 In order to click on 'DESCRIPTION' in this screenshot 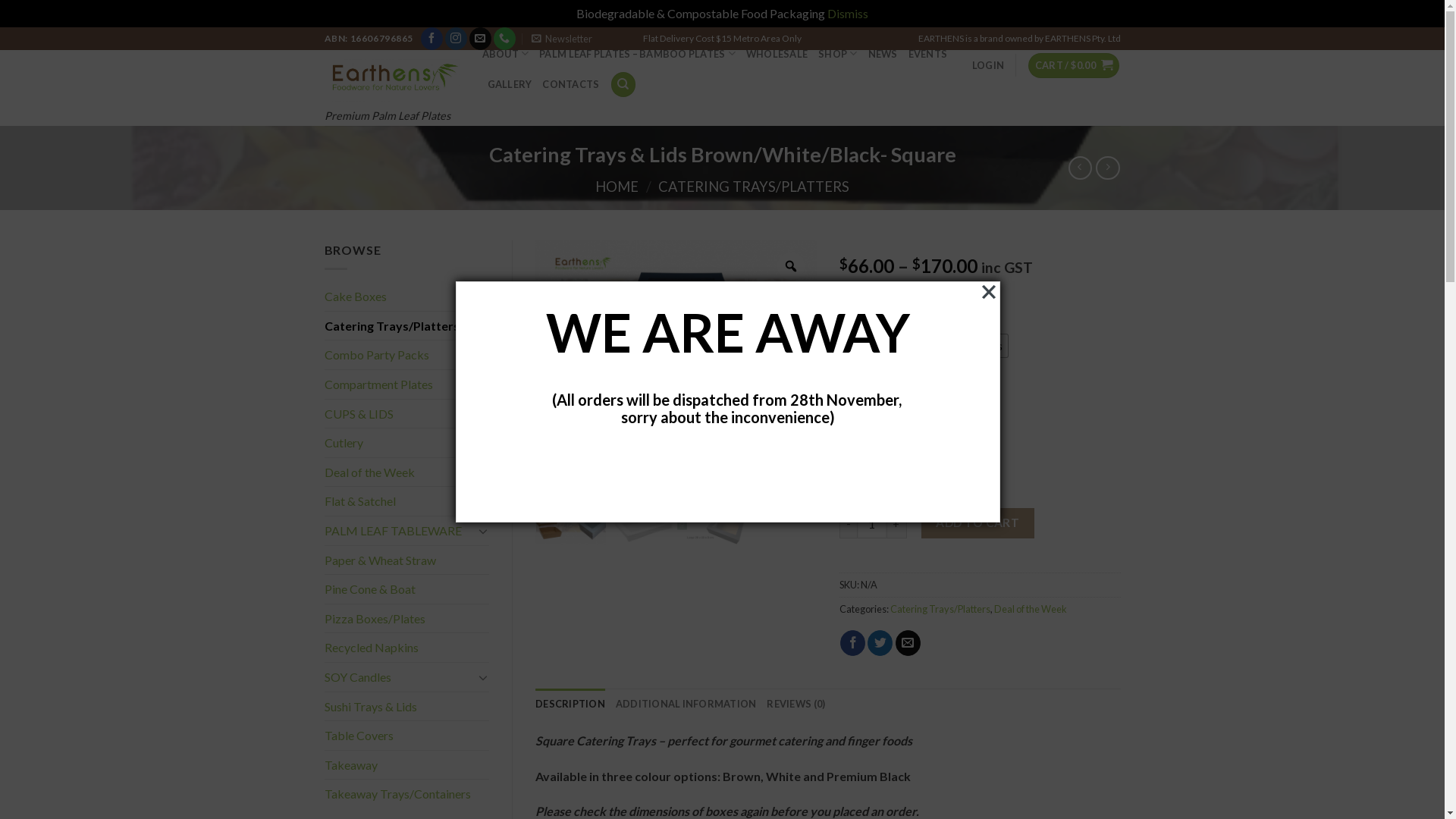, I will do `click(570, 704)`.